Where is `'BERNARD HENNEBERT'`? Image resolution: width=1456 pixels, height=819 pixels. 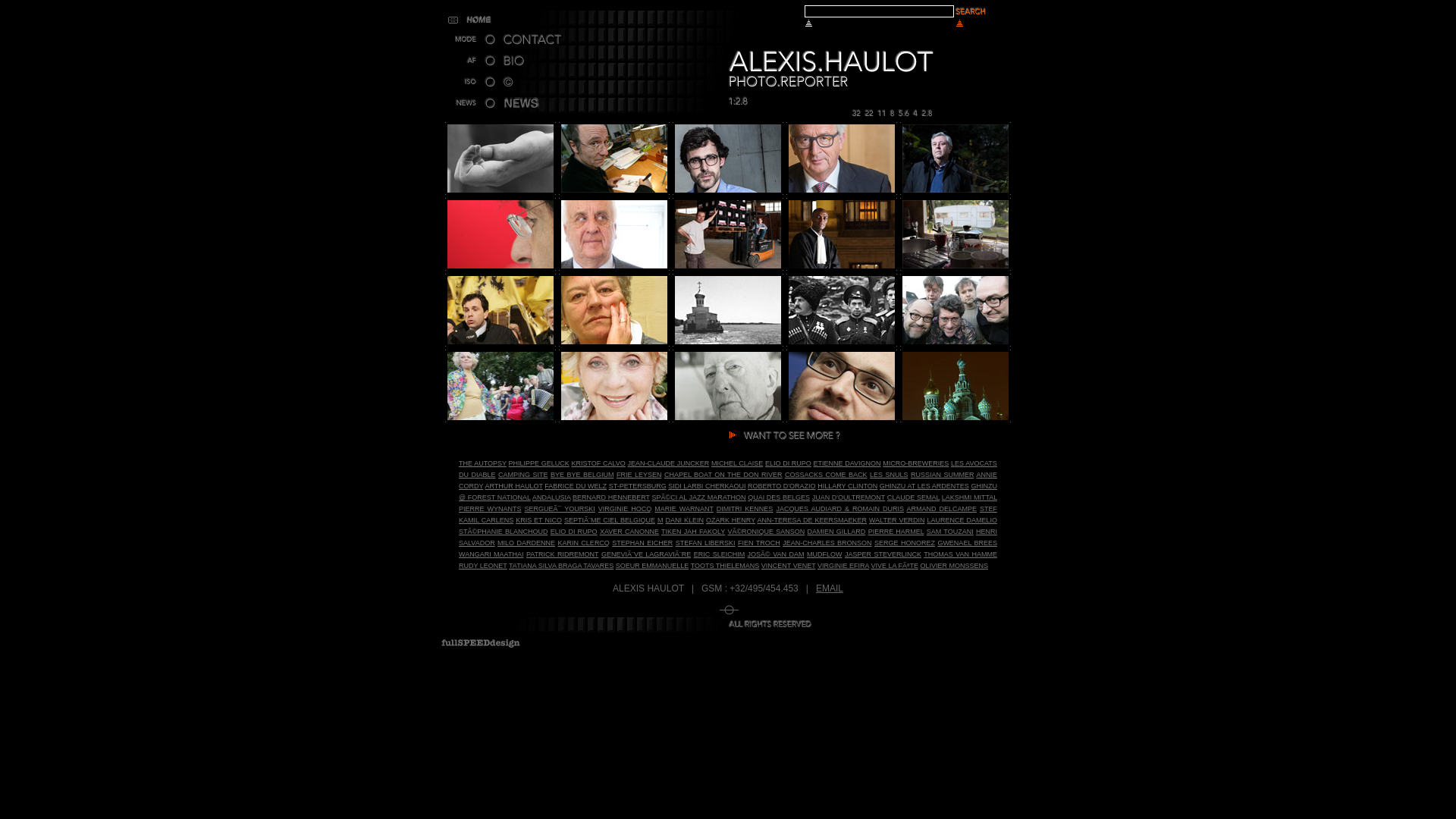
'BERNARD HENNEBERT' is located at coordinates (611, 497).